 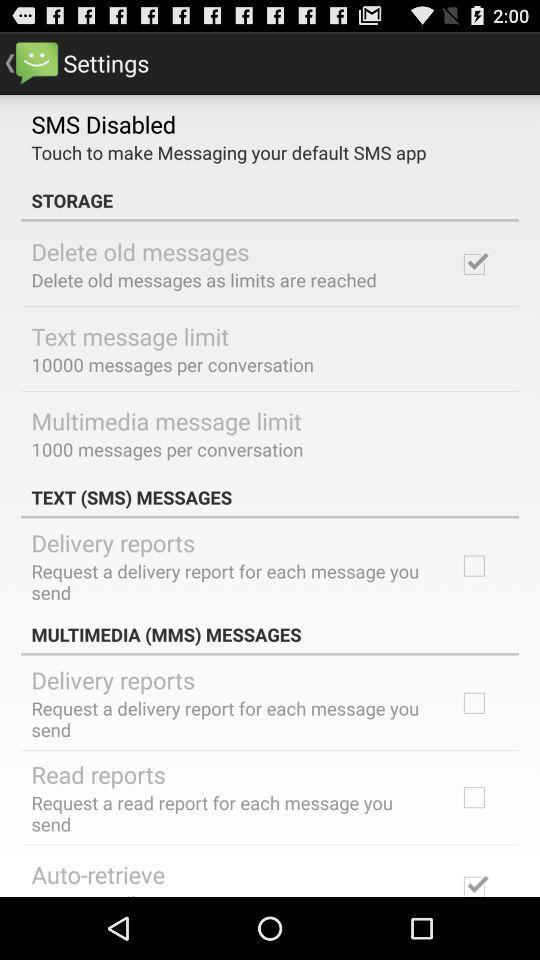 I want to click on the item below auto-retrieve item, so click(x=164, y=892).